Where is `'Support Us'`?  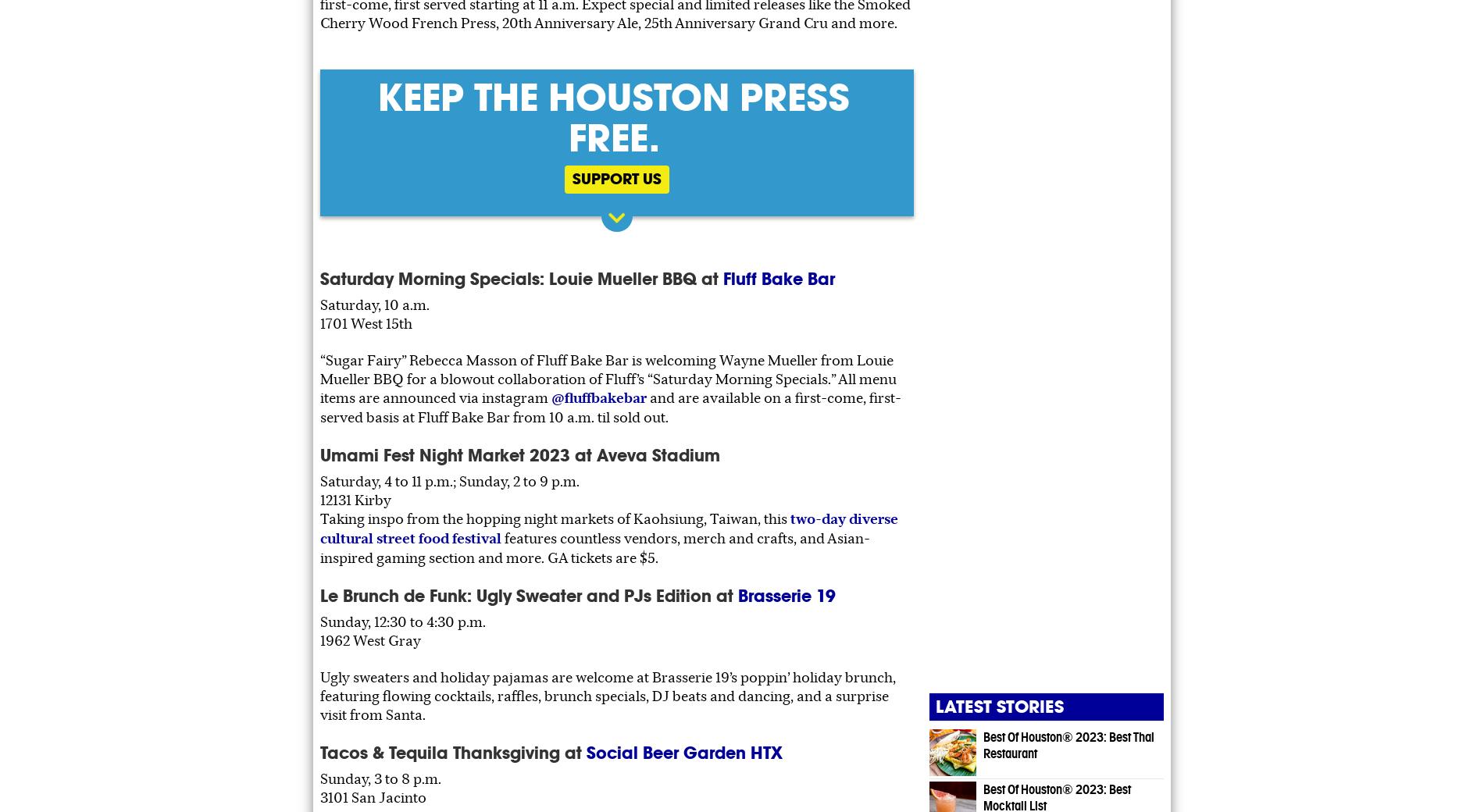 'Support Us' is located at coordinates (616, 179).